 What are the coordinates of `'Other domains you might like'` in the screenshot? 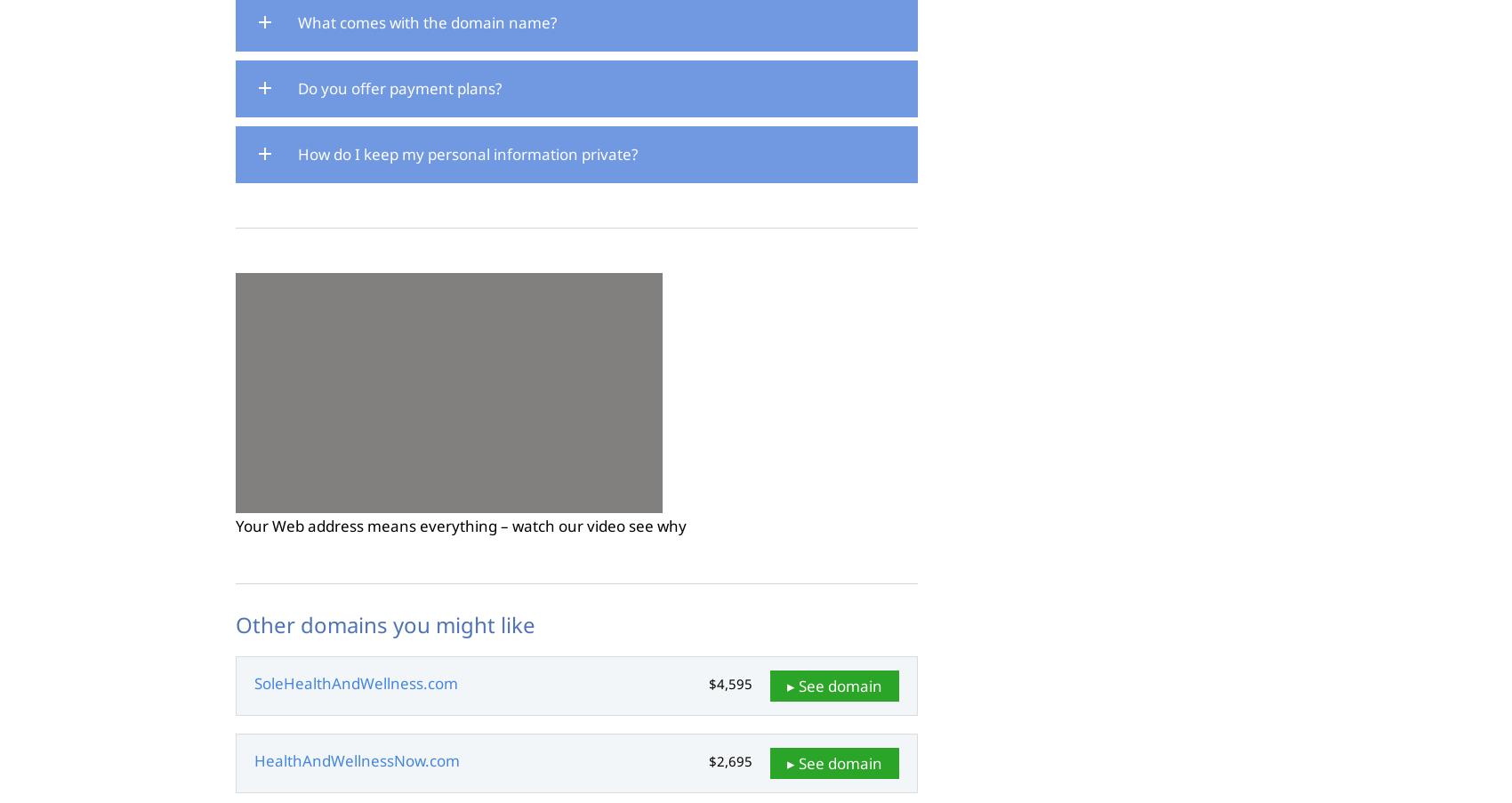 It's located at (385, 623).